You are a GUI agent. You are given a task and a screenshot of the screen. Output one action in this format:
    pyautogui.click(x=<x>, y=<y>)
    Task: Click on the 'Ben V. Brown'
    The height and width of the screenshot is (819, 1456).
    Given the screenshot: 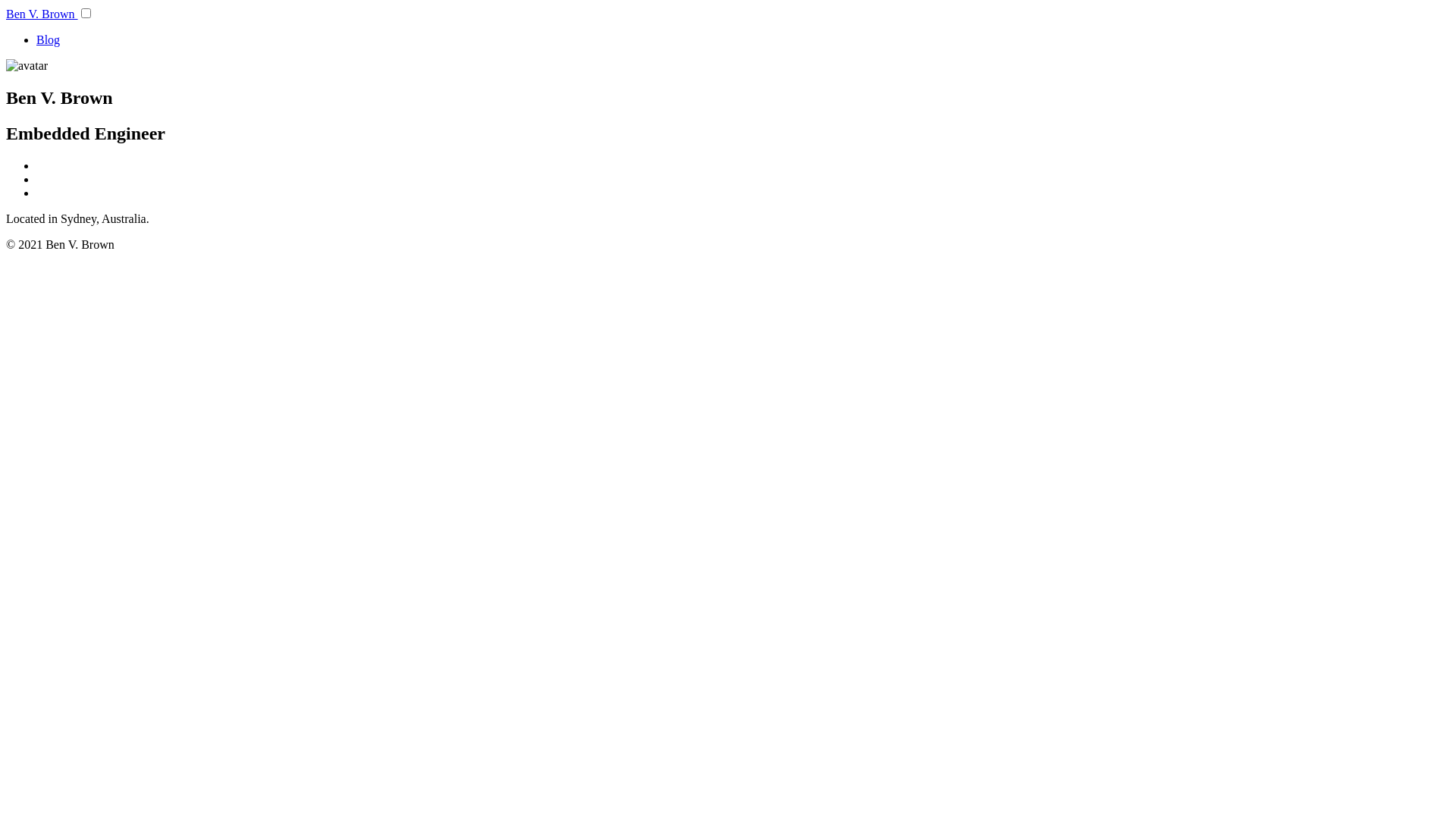 What is the action you would take?
    pyautogui.click(x=42, y=14)
    